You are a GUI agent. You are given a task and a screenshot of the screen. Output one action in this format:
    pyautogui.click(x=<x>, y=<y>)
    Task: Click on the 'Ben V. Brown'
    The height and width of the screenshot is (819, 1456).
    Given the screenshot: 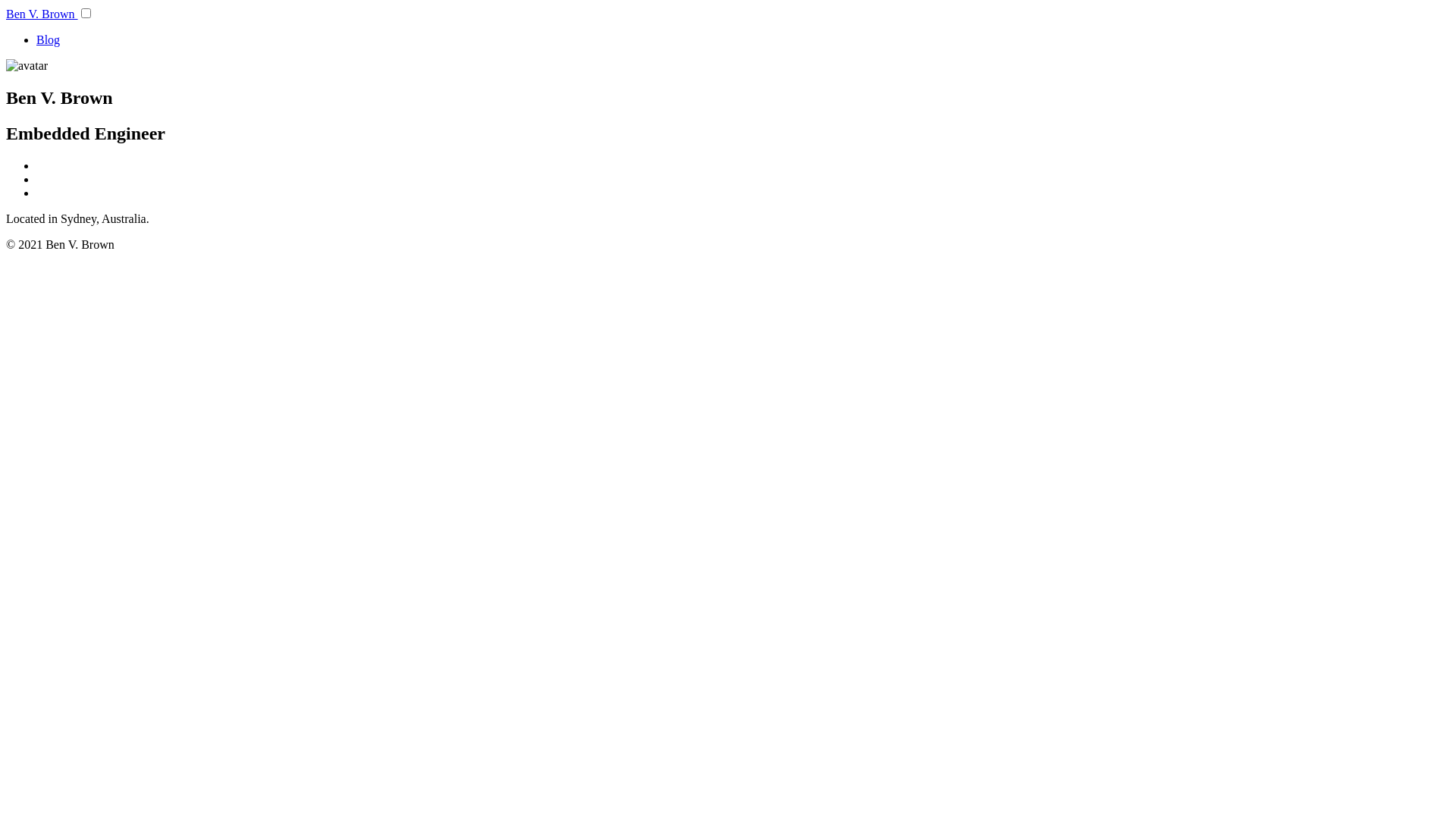 What is the action you would take?
    pyautogui.click(x=42, y=14)
    